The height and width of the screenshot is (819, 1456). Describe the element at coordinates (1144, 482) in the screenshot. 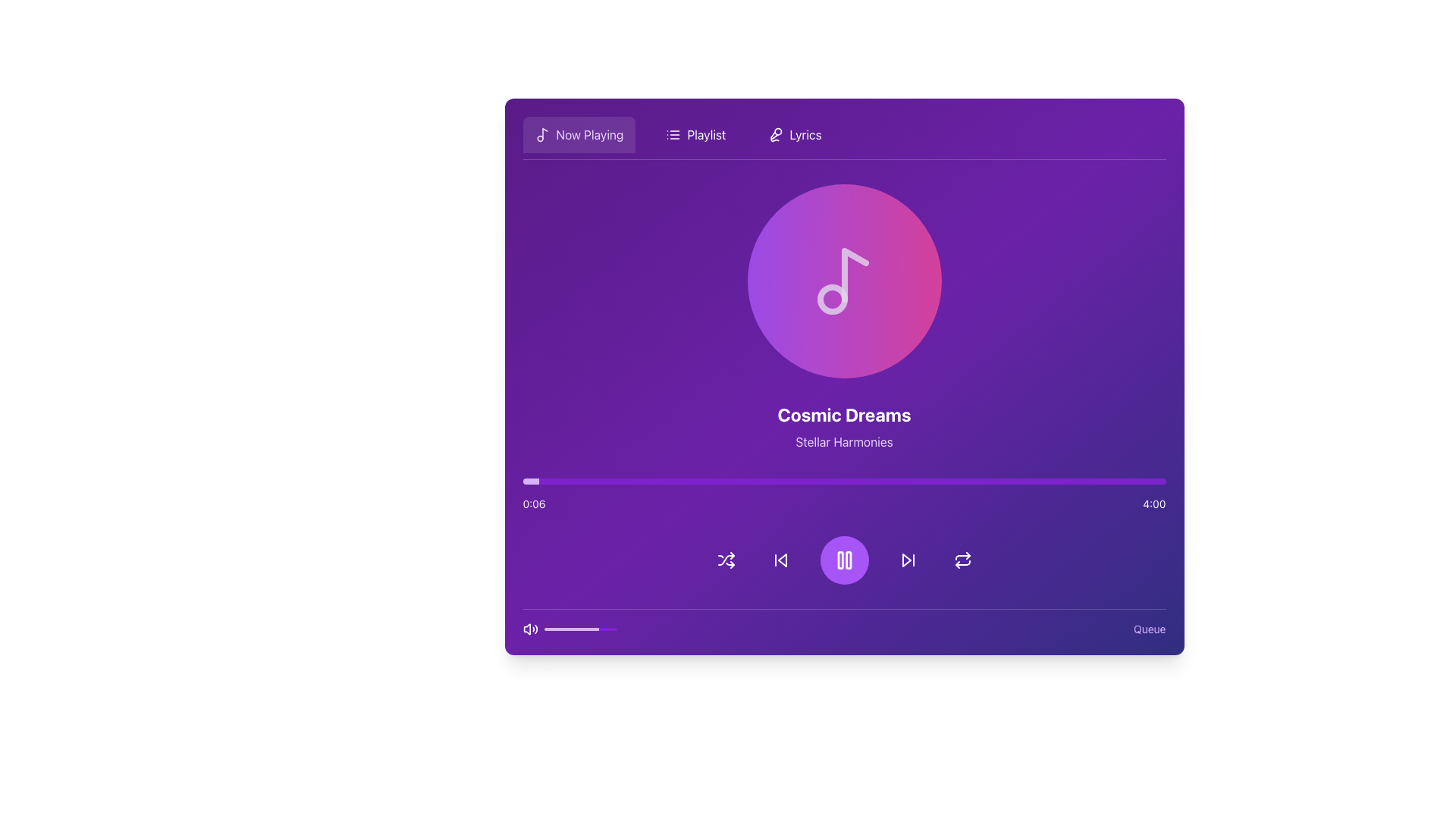

I see `the playback position` at that location.